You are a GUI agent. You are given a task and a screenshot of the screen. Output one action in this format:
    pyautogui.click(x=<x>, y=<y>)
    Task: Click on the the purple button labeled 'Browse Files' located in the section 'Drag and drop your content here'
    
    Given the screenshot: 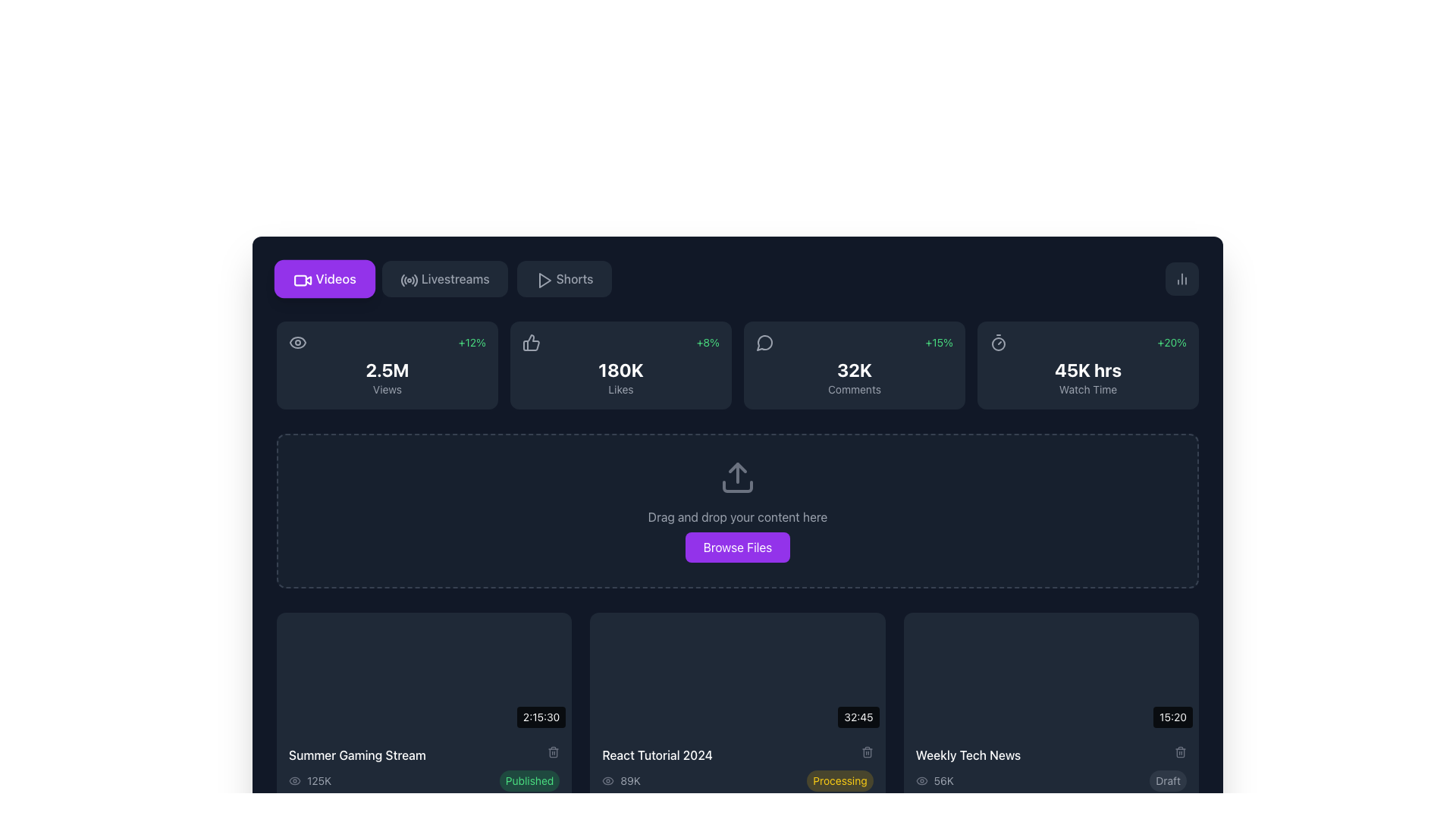 What is the action you would take?
    pyautogui.click(x=738, y=547)
    